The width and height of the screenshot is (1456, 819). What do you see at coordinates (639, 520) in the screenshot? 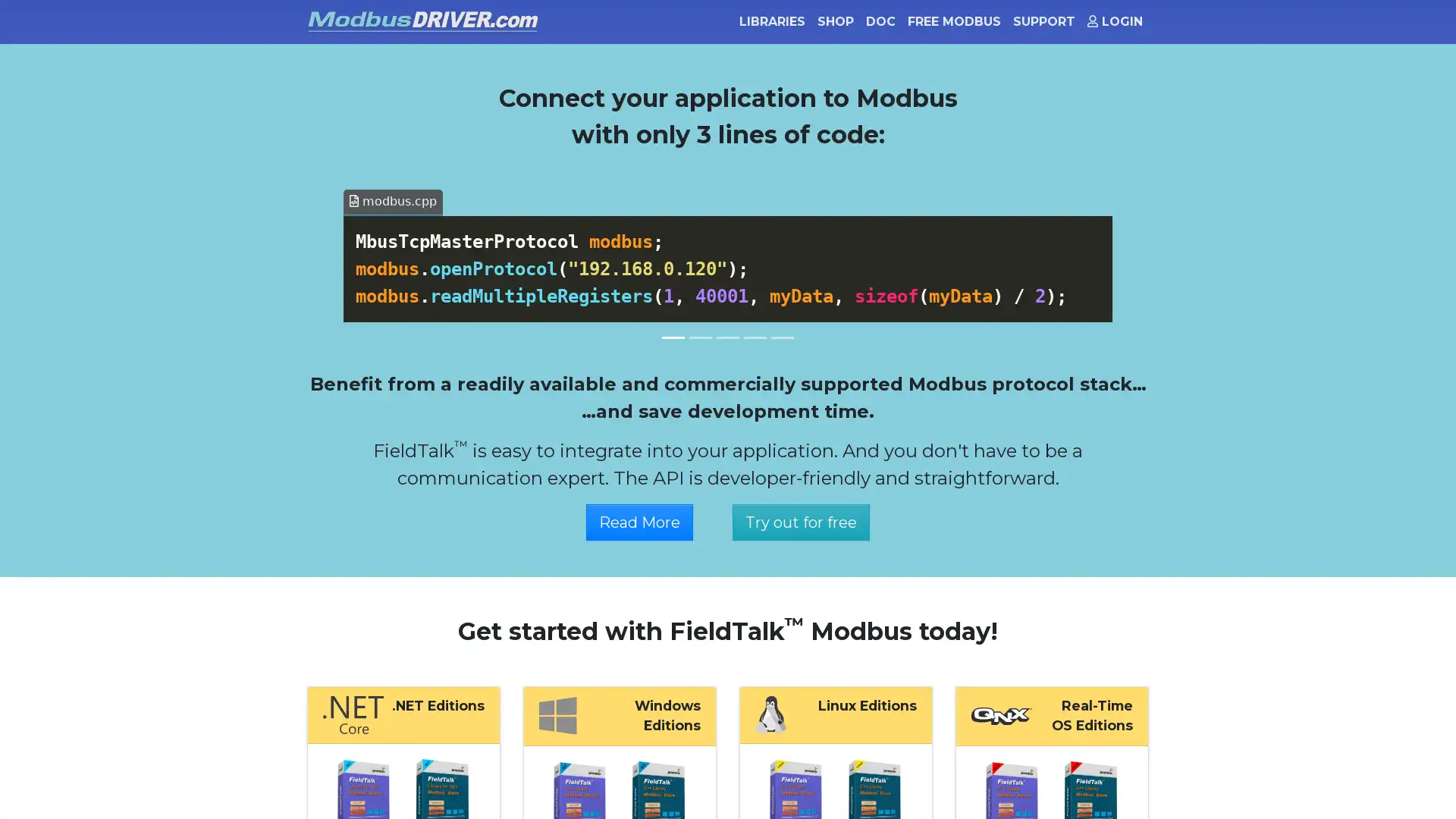
I see `Read More` at bounding box center [639, 520].